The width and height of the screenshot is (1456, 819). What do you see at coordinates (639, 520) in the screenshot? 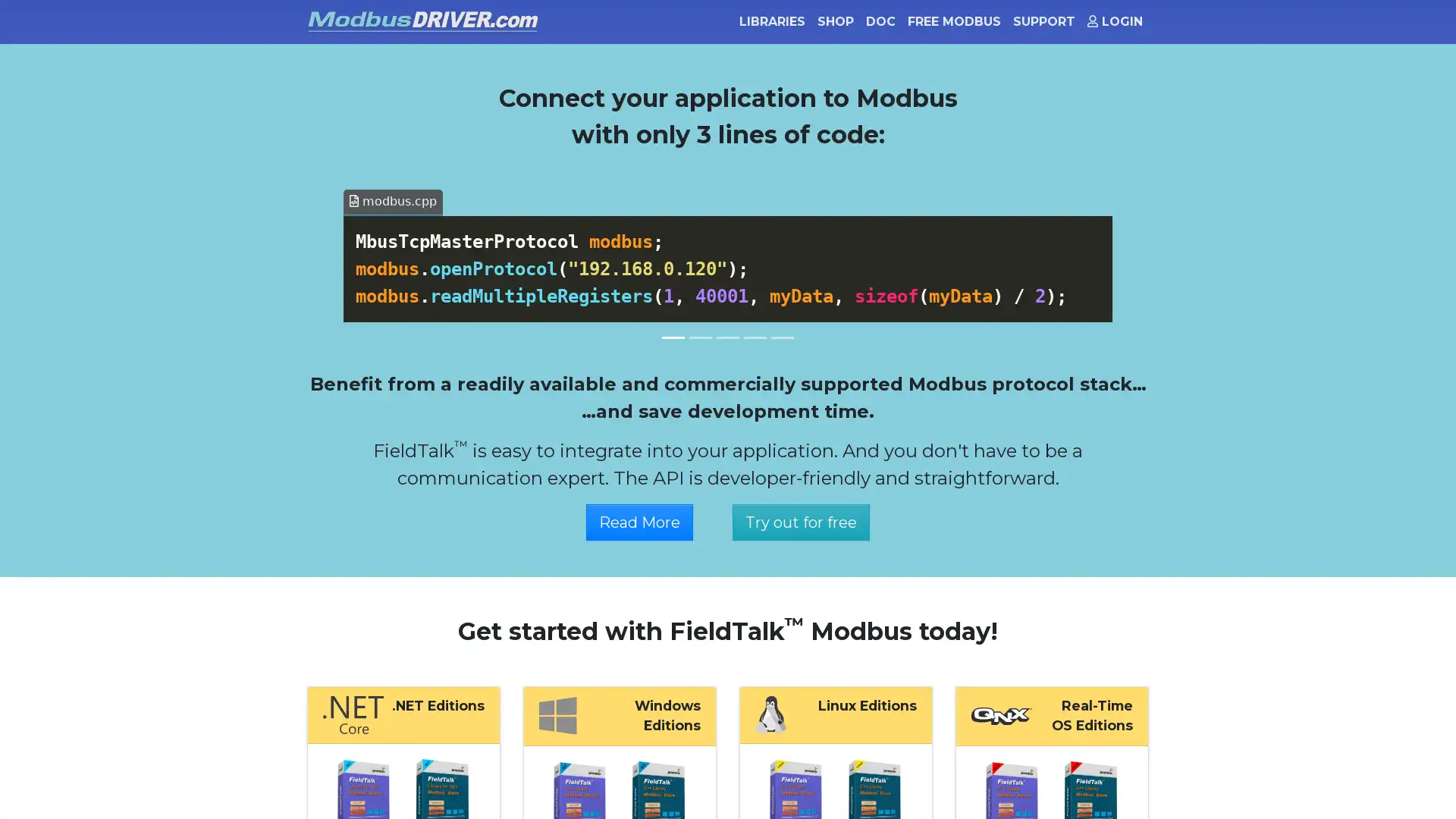
I see `Read More` at bounding box center [639, 520].